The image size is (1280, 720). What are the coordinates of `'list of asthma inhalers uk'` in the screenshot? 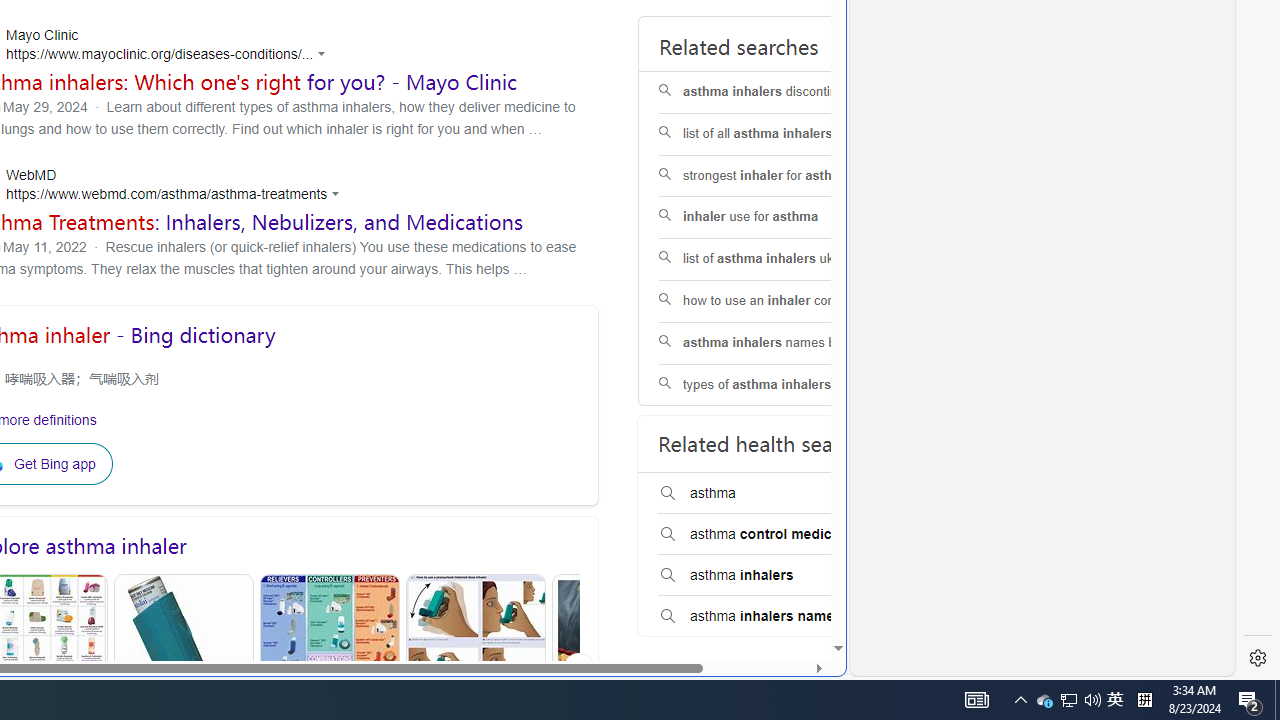 It's located at (784, 258).